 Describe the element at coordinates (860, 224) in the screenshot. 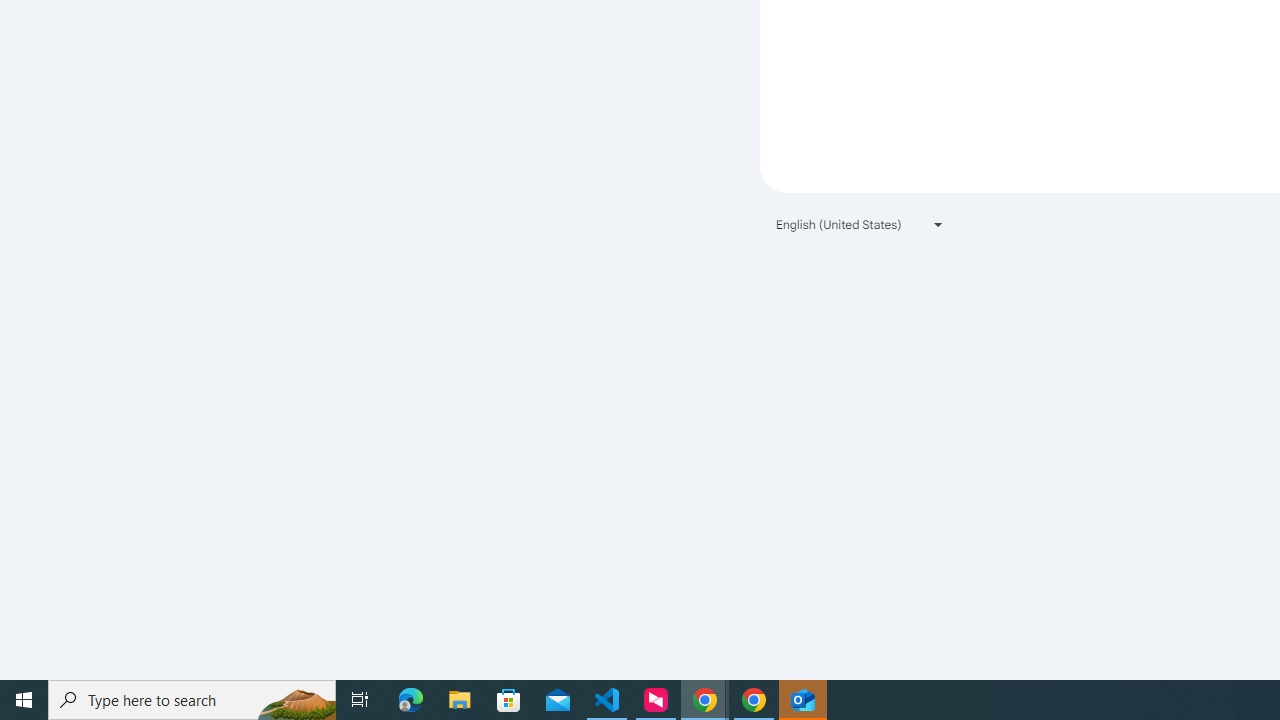

I see `'English (United States)'` at that location.